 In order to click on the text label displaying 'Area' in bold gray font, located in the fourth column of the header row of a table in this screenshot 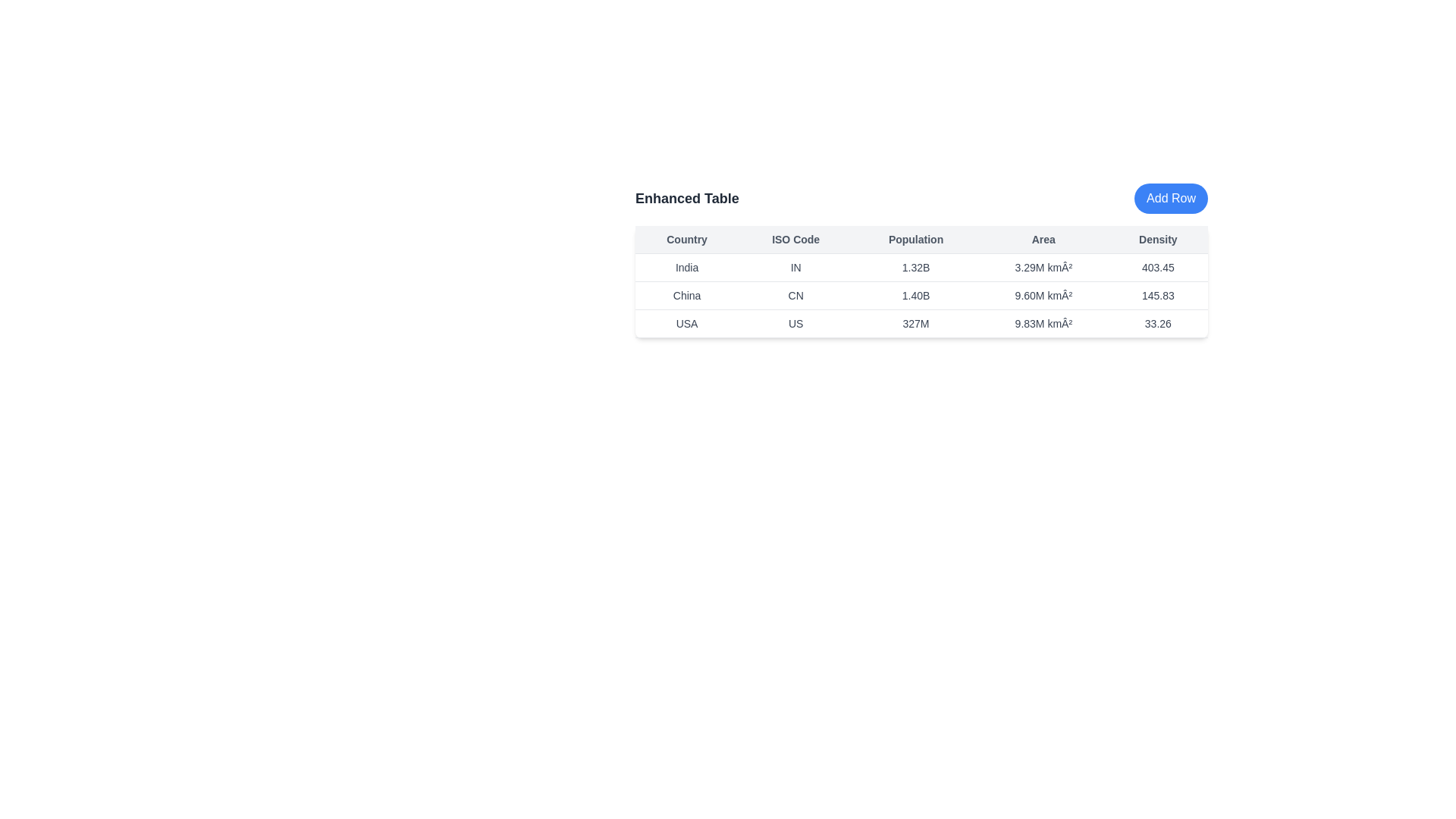, I will do `click(1043, 239)`.